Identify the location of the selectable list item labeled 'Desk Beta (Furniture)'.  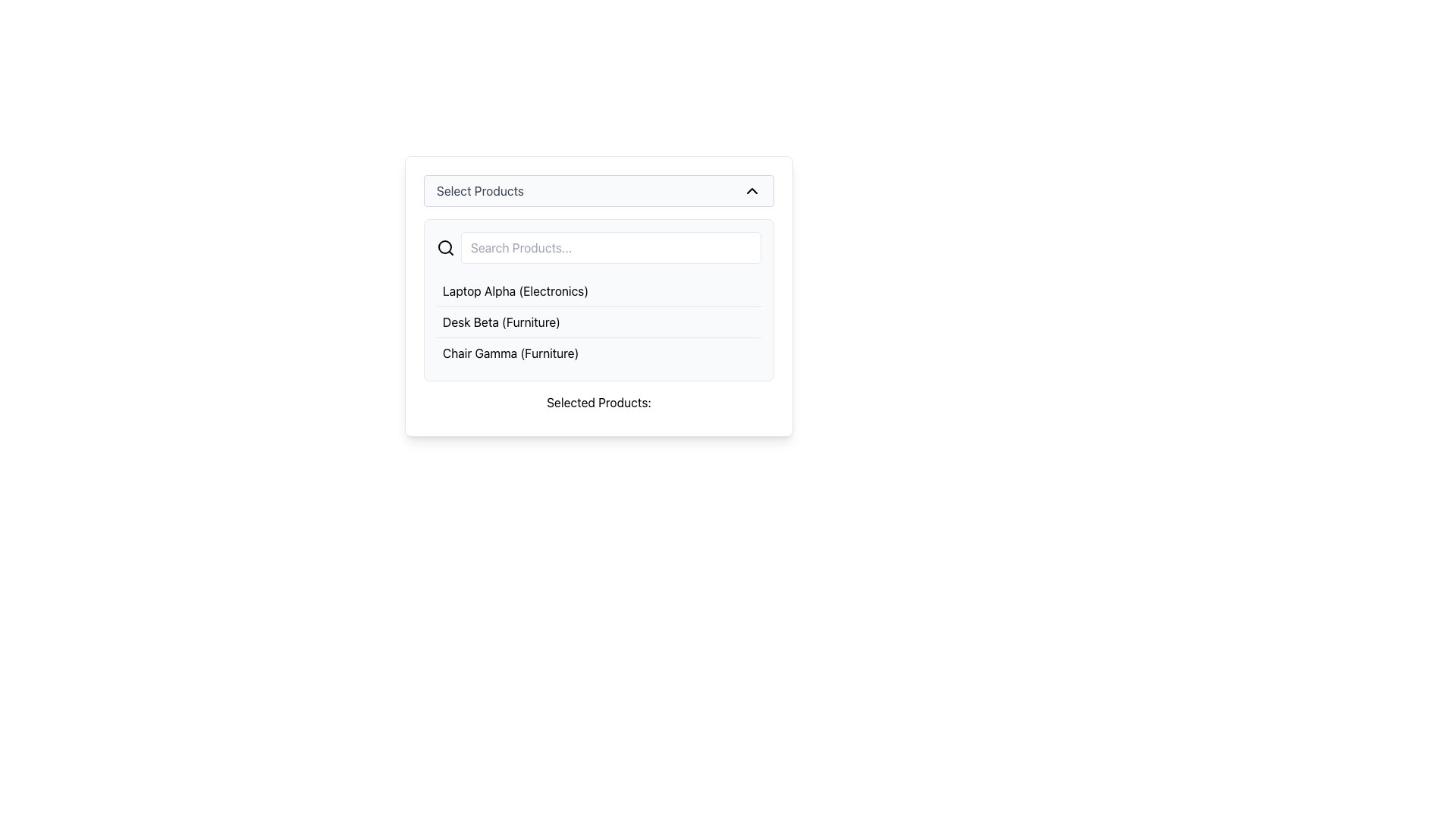
(598, 321).